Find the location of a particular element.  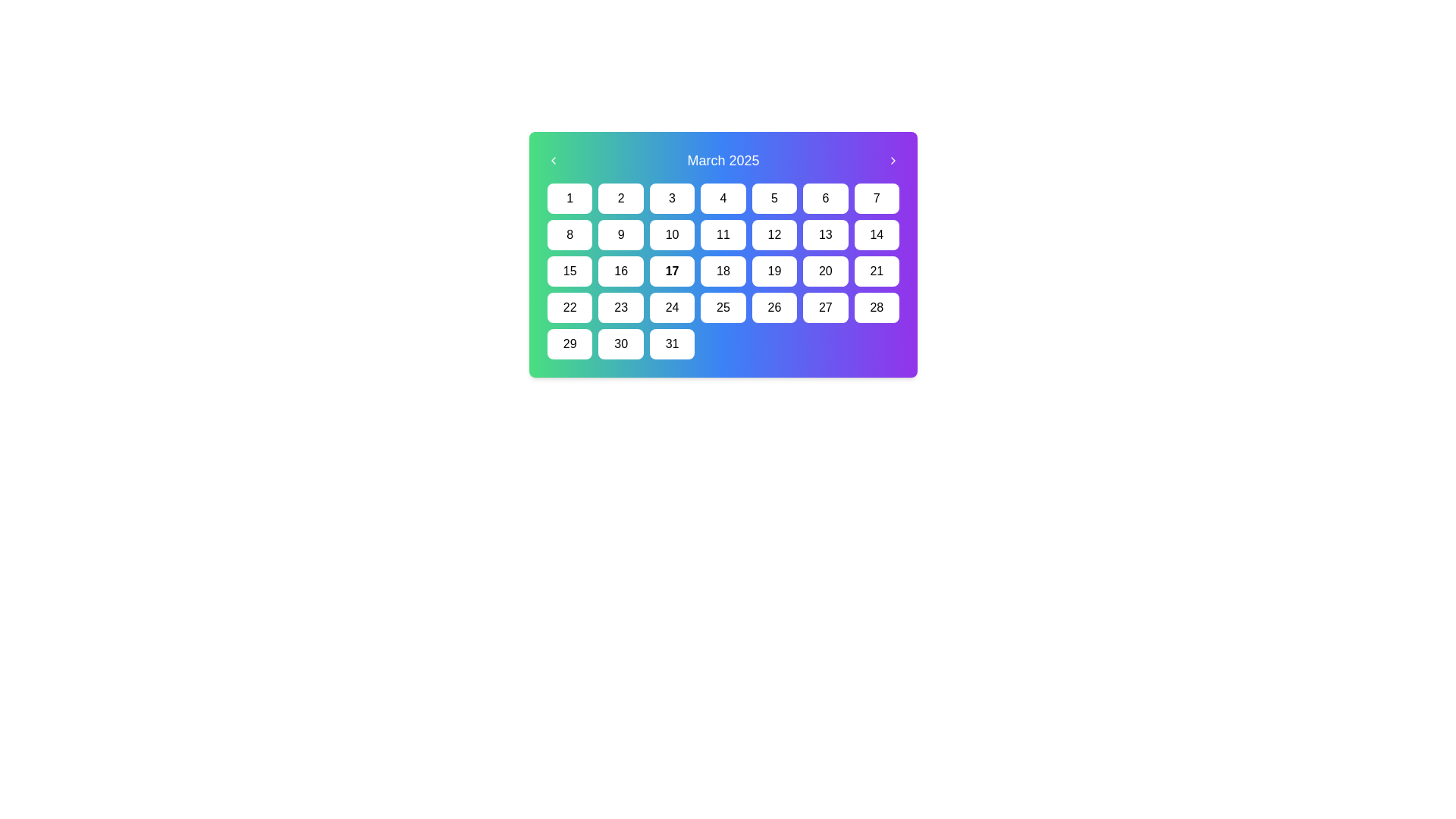

the square button with a white background and black text displaying the number '1', located in the top-left corner of the grid layout is located at coordinates (569, 198).